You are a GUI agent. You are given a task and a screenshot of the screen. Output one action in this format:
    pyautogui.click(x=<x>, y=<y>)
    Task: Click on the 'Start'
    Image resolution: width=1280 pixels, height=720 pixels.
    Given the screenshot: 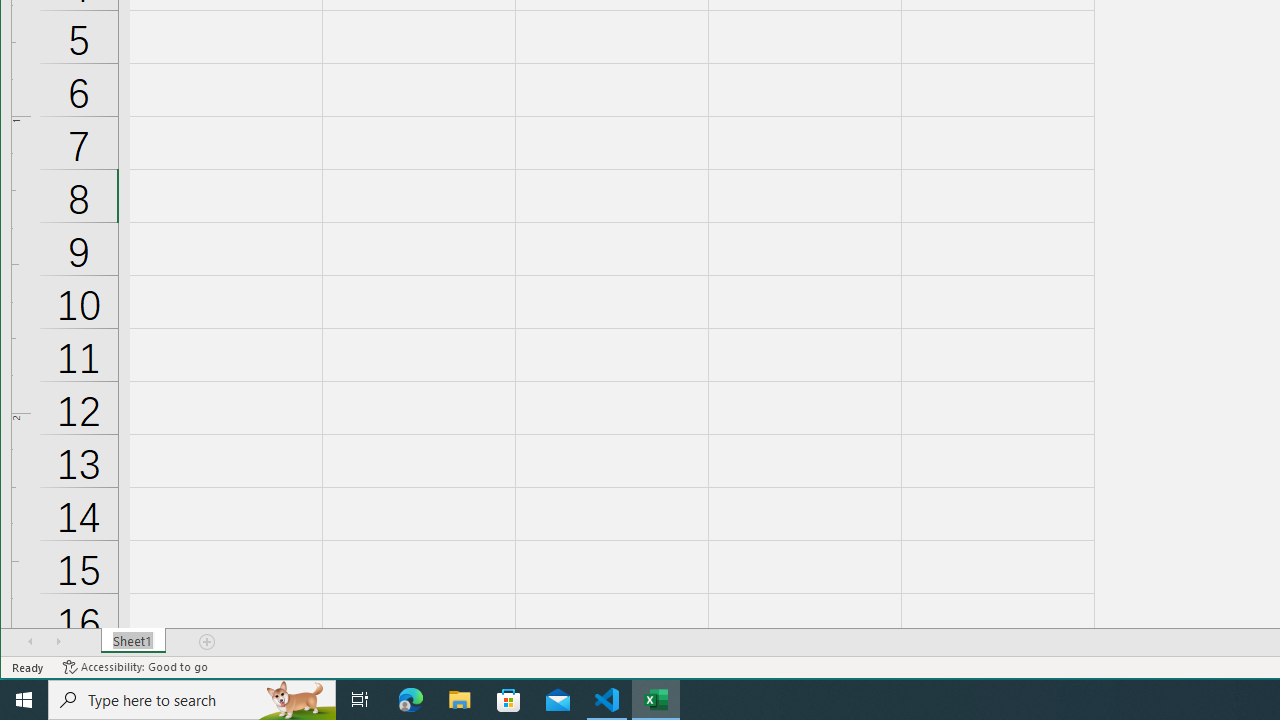 What is the action you would take?
    pyautogui.click(x=24, y=698)
    